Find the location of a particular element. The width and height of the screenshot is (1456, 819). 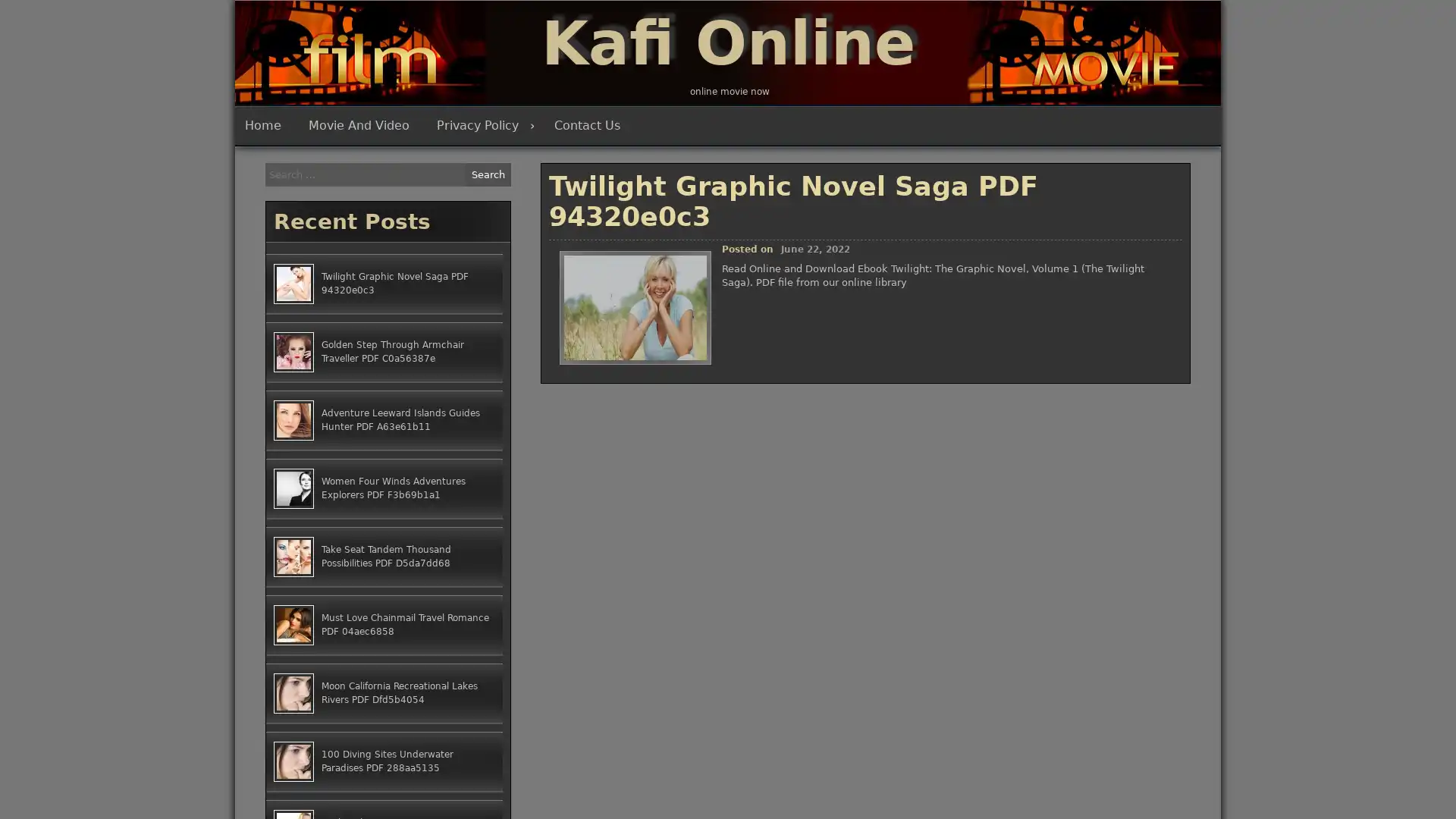

Search is located at coordinates (488, 174).